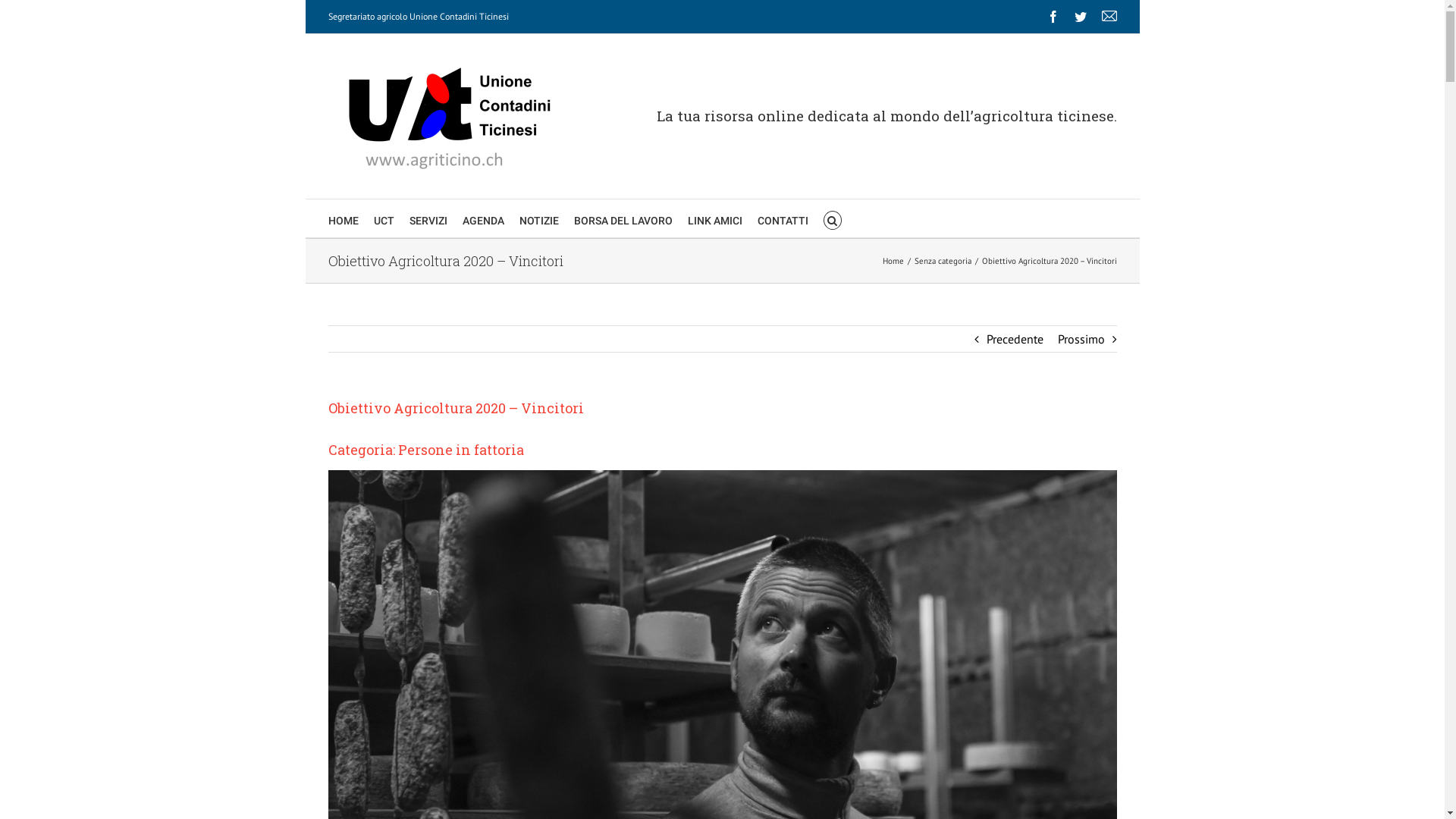 The image size is (1456, 819). Describe the element at coordinates (482, 218) in the screenshot. I see `'AGENDA'` at that location.